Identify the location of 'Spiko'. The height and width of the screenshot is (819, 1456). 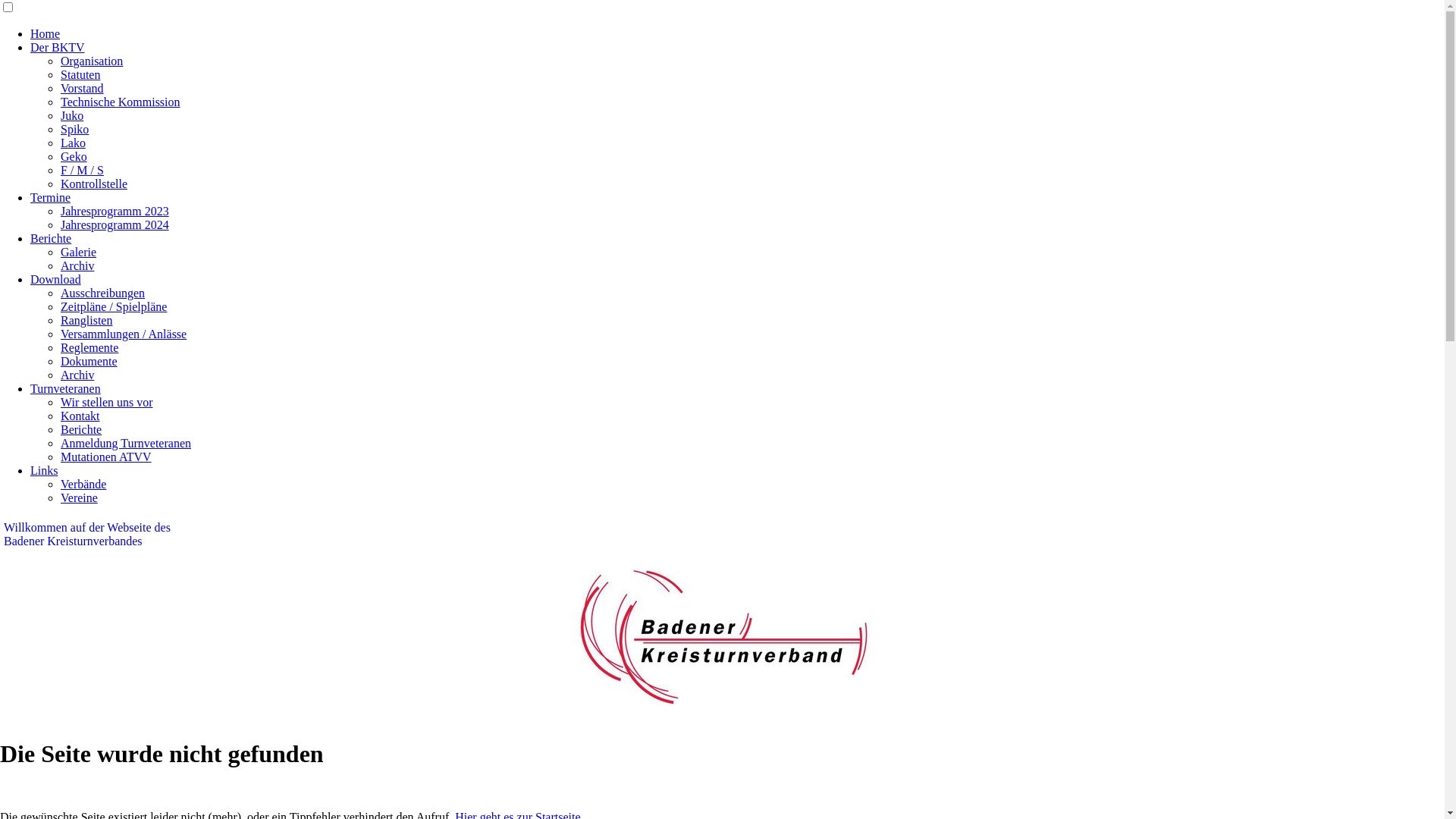
(74, 128).